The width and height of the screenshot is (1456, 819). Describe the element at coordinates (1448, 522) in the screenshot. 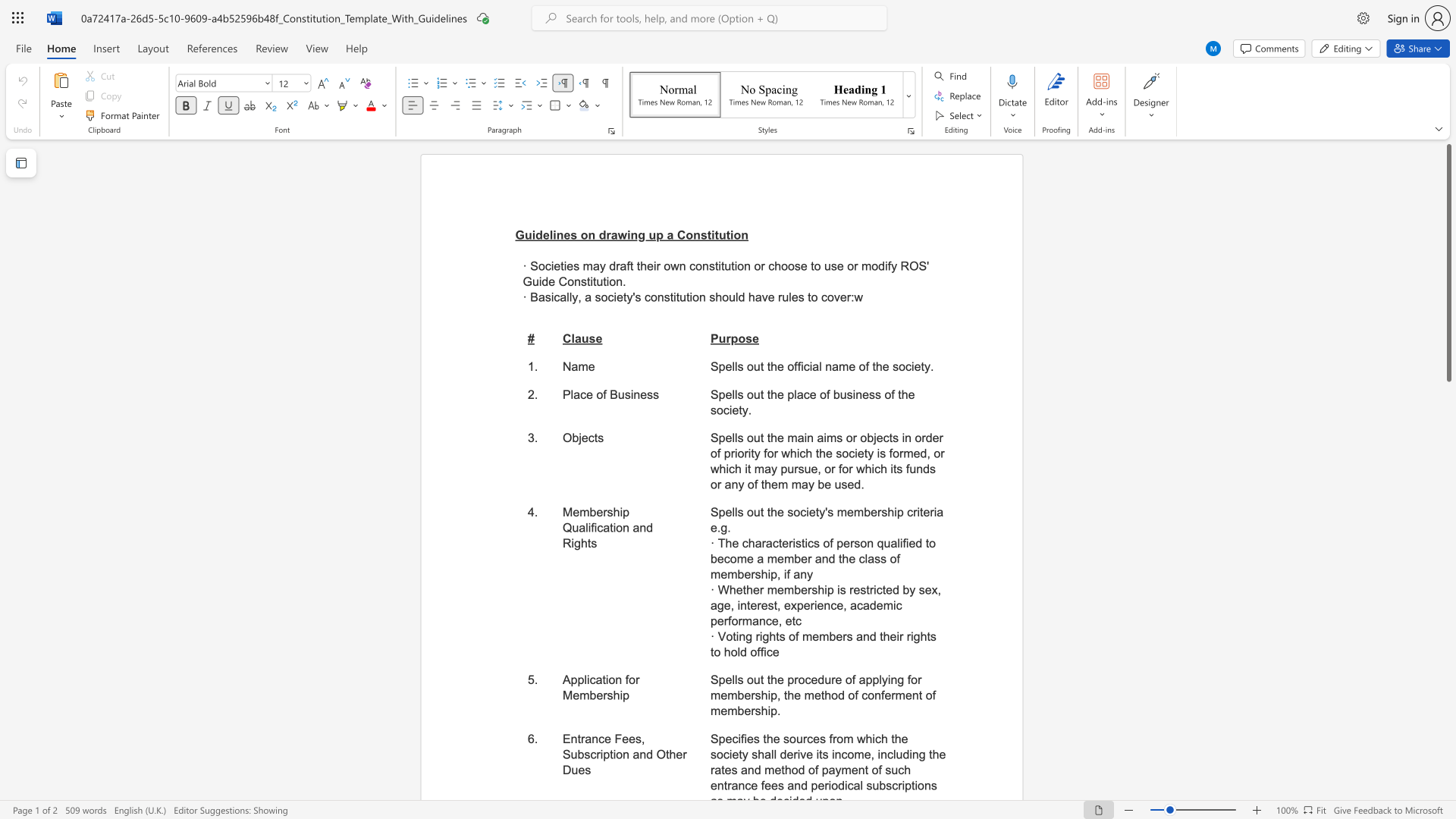

I see `the scrollbar to move the page downward` at that location.